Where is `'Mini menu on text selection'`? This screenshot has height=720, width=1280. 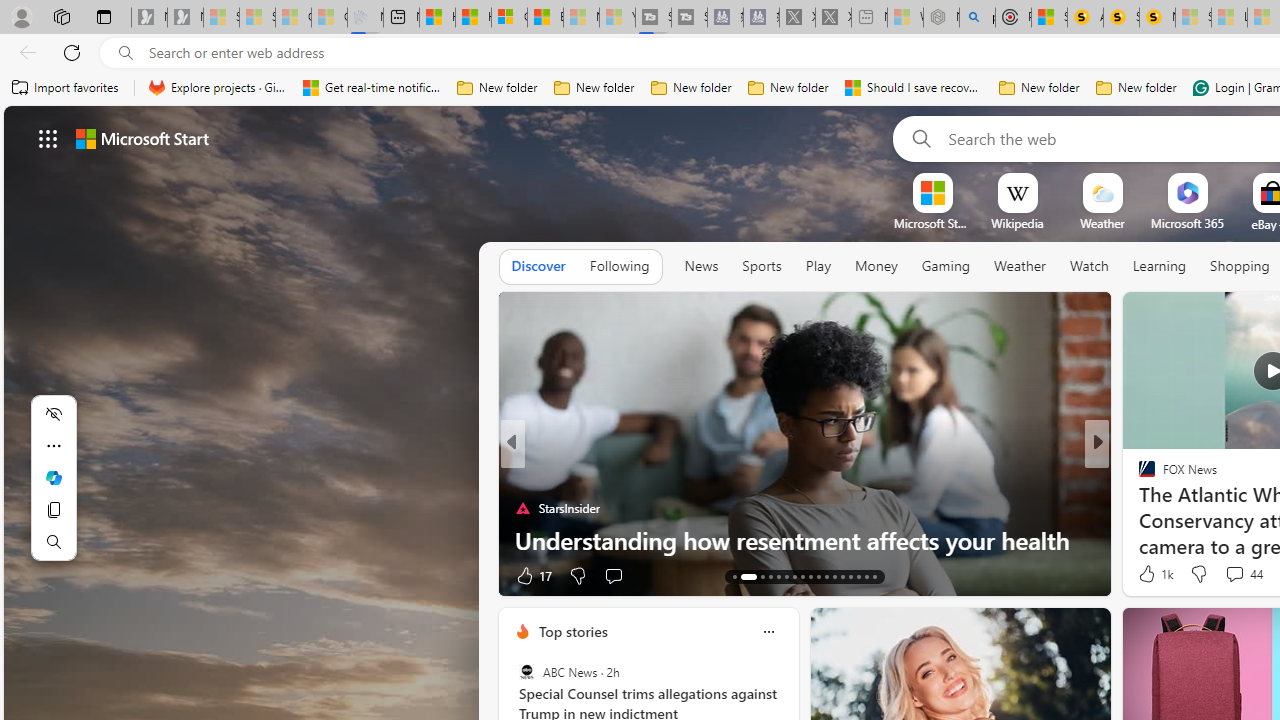 'Mini menu on text selection' is located at coordinates (53, 489).